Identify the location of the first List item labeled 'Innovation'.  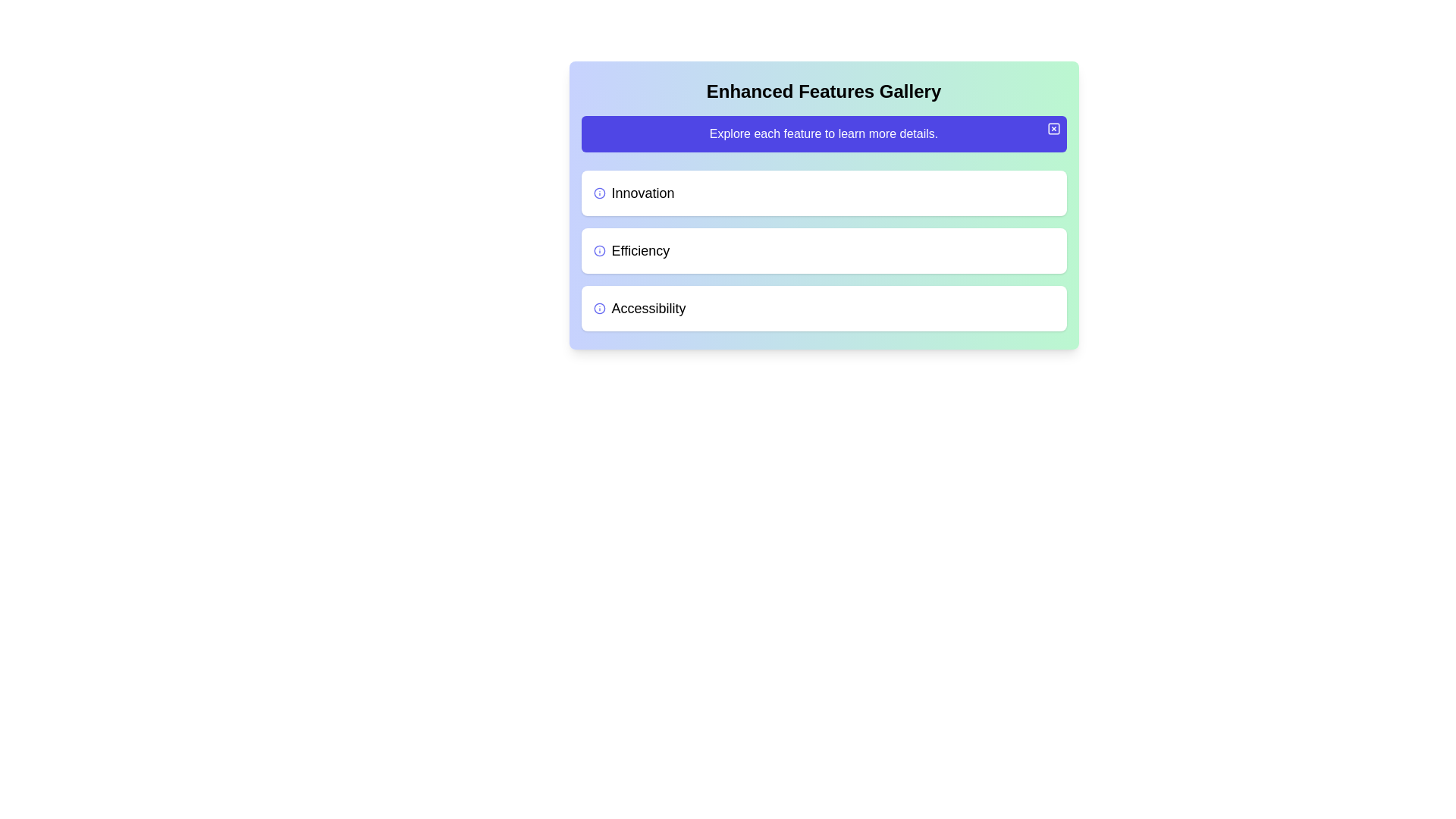
(823, 192).